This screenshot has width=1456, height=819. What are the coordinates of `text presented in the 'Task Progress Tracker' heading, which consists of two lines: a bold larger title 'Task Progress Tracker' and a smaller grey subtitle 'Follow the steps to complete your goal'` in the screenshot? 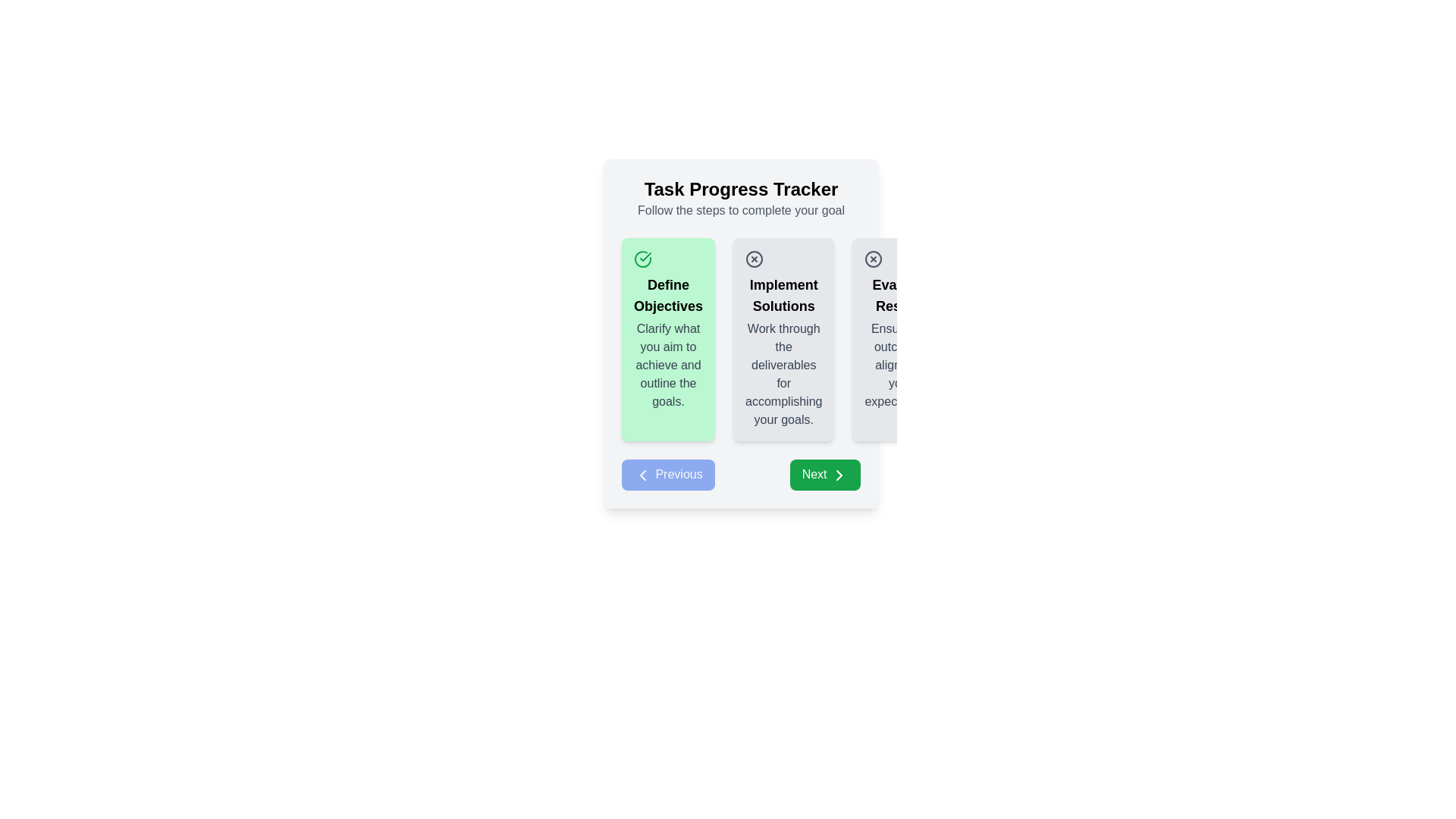 It's located at (741, 198).